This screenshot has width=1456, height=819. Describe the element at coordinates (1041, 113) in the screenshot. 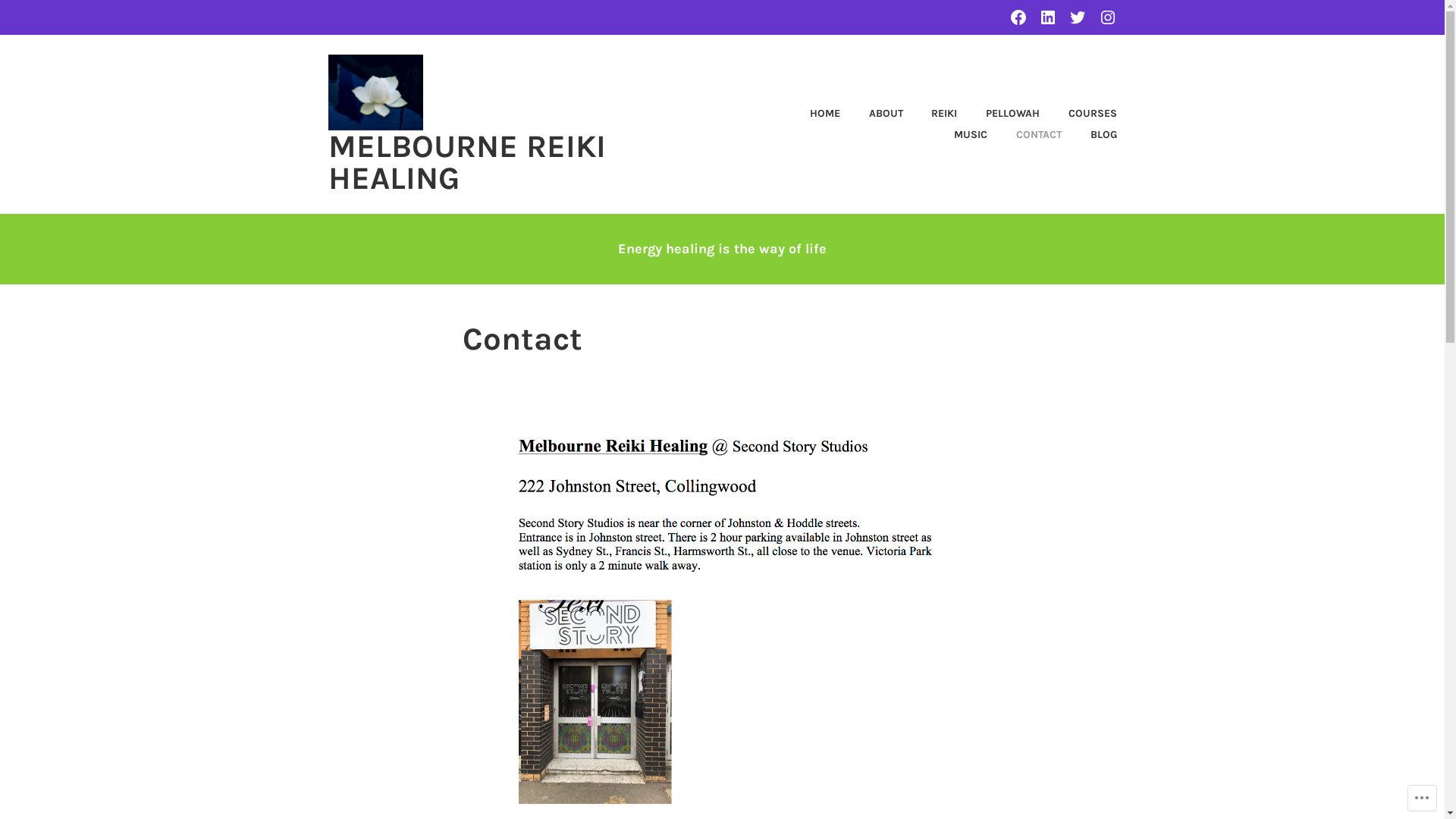

I see `'COURSES'` at that location.